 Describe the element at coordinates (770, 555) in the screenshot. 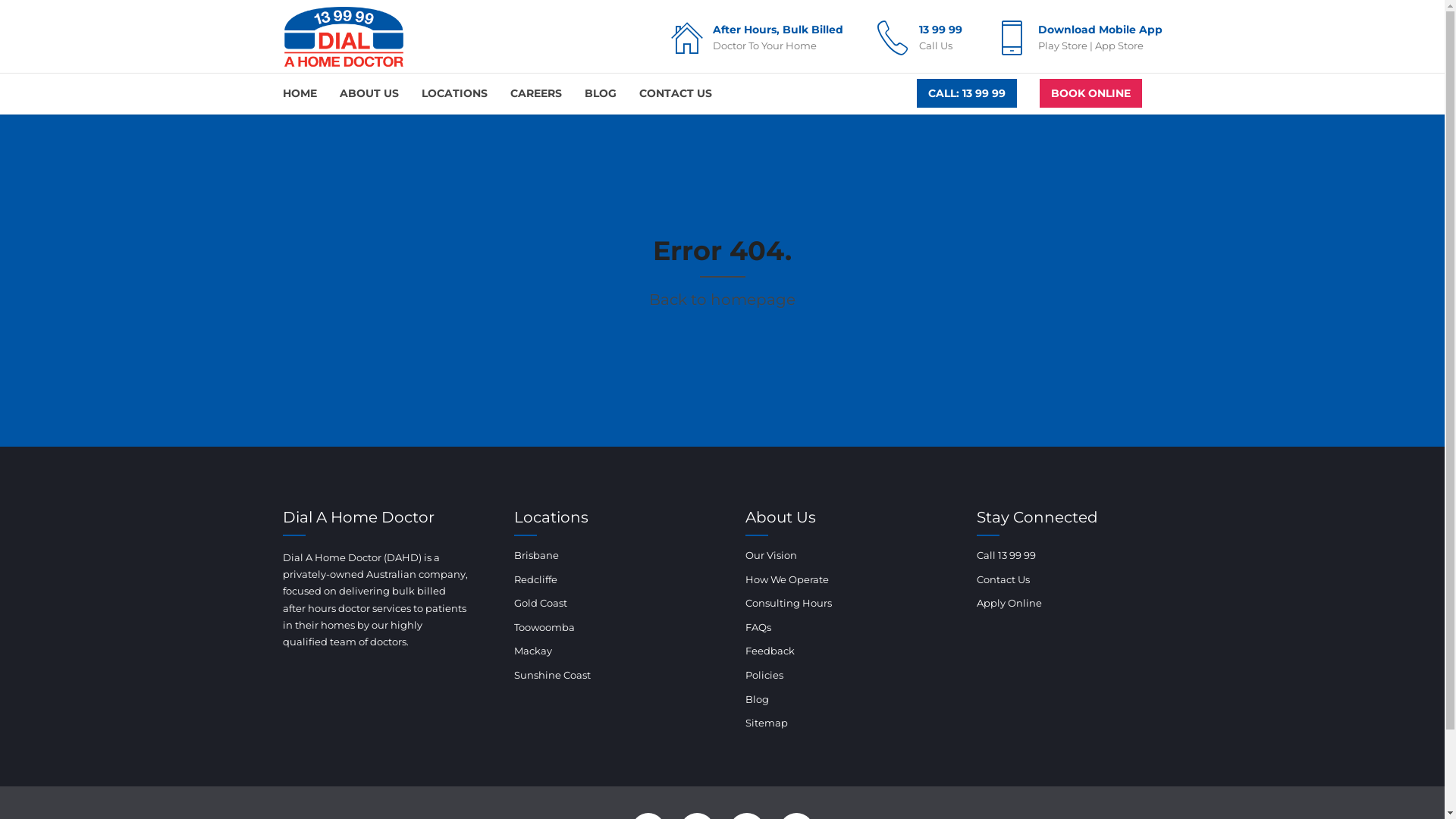

I see `'Our Vision'` at that location.